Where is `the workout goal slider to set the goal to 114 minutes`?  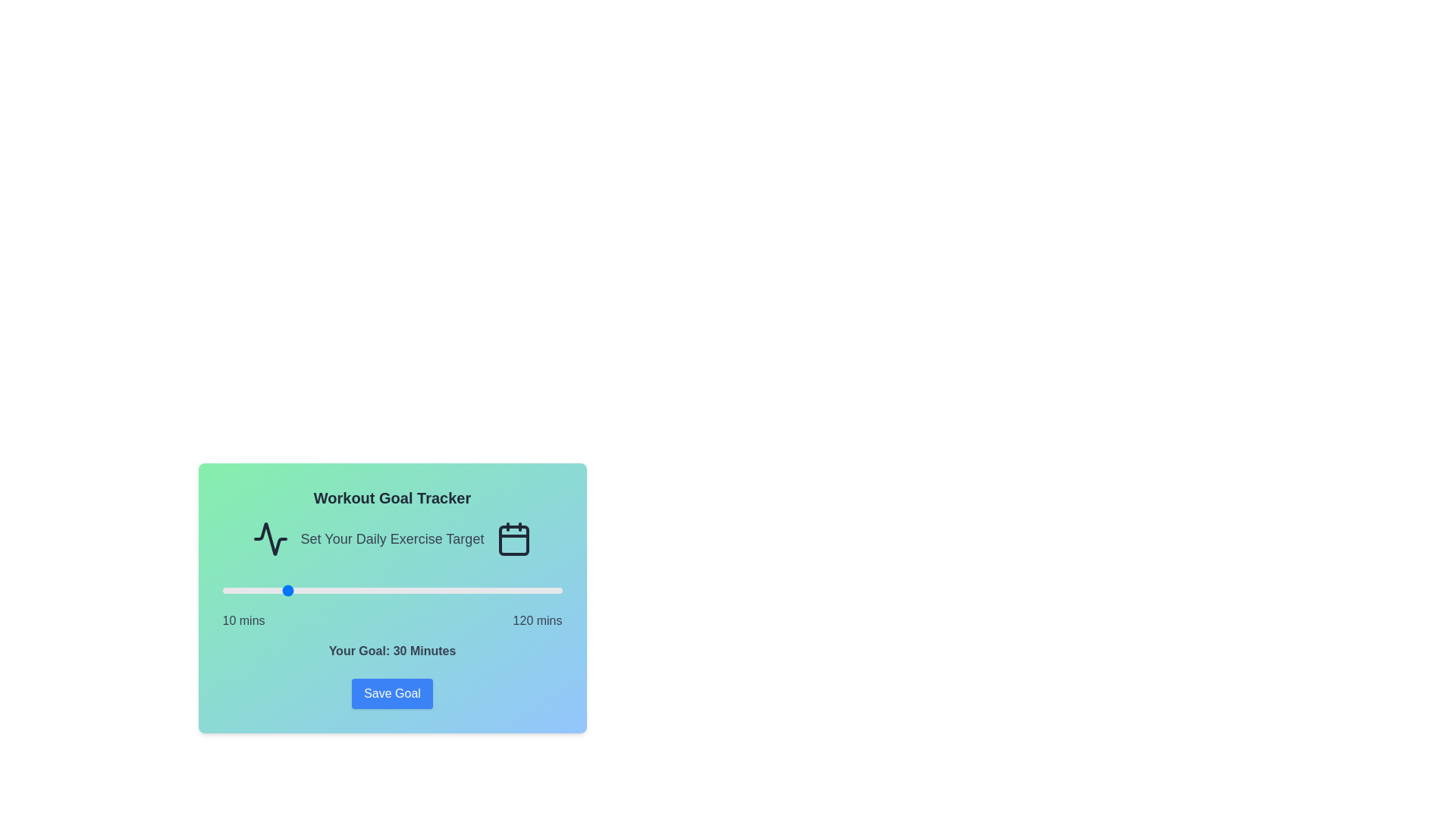 the workout goal slider to set the goal to 114 minutes is located at coordinates (544, 590).